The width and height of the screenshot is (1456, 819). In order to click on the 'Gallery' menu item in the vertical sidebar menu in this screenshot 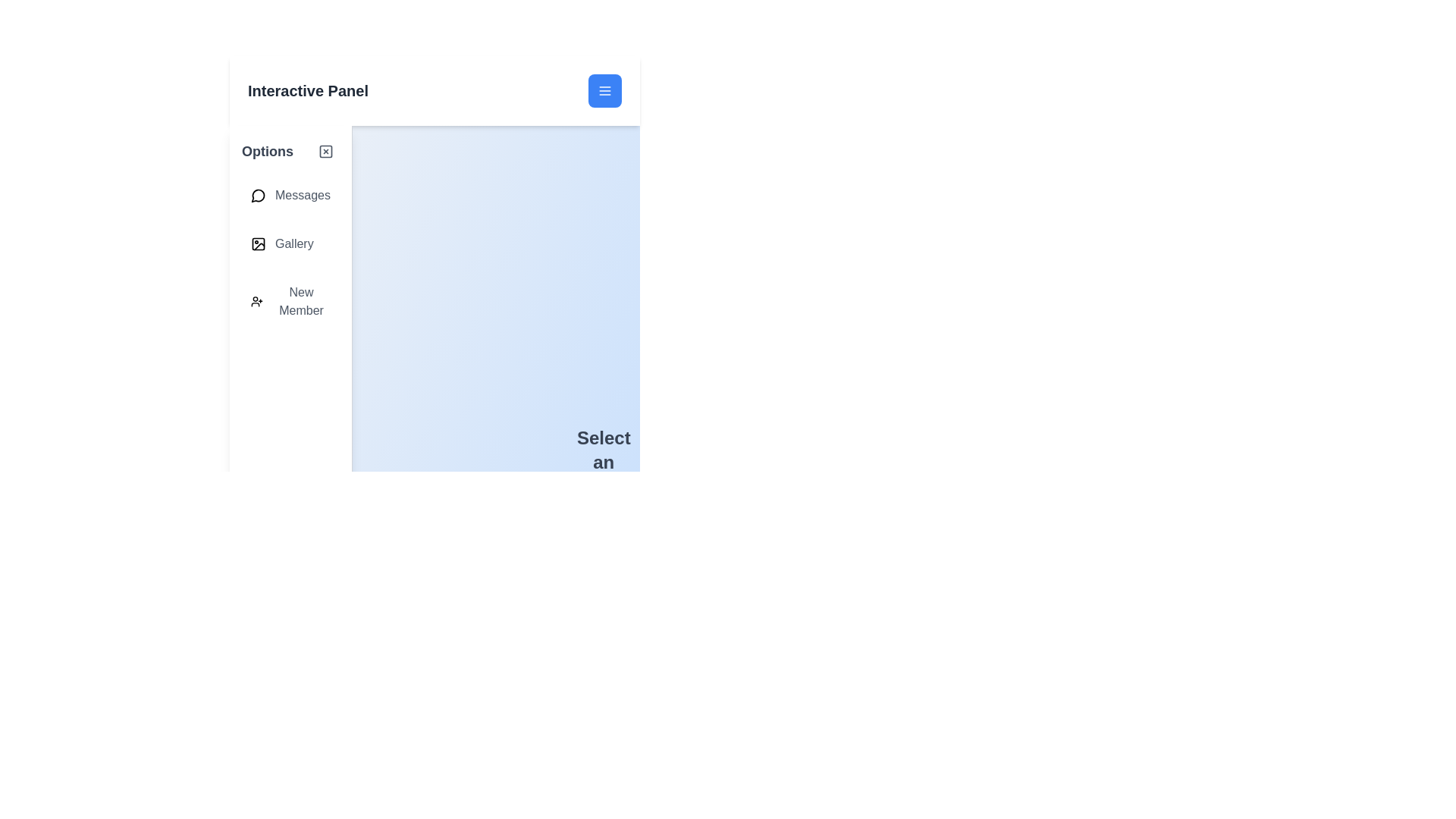, I will do `click(290, 243)`.